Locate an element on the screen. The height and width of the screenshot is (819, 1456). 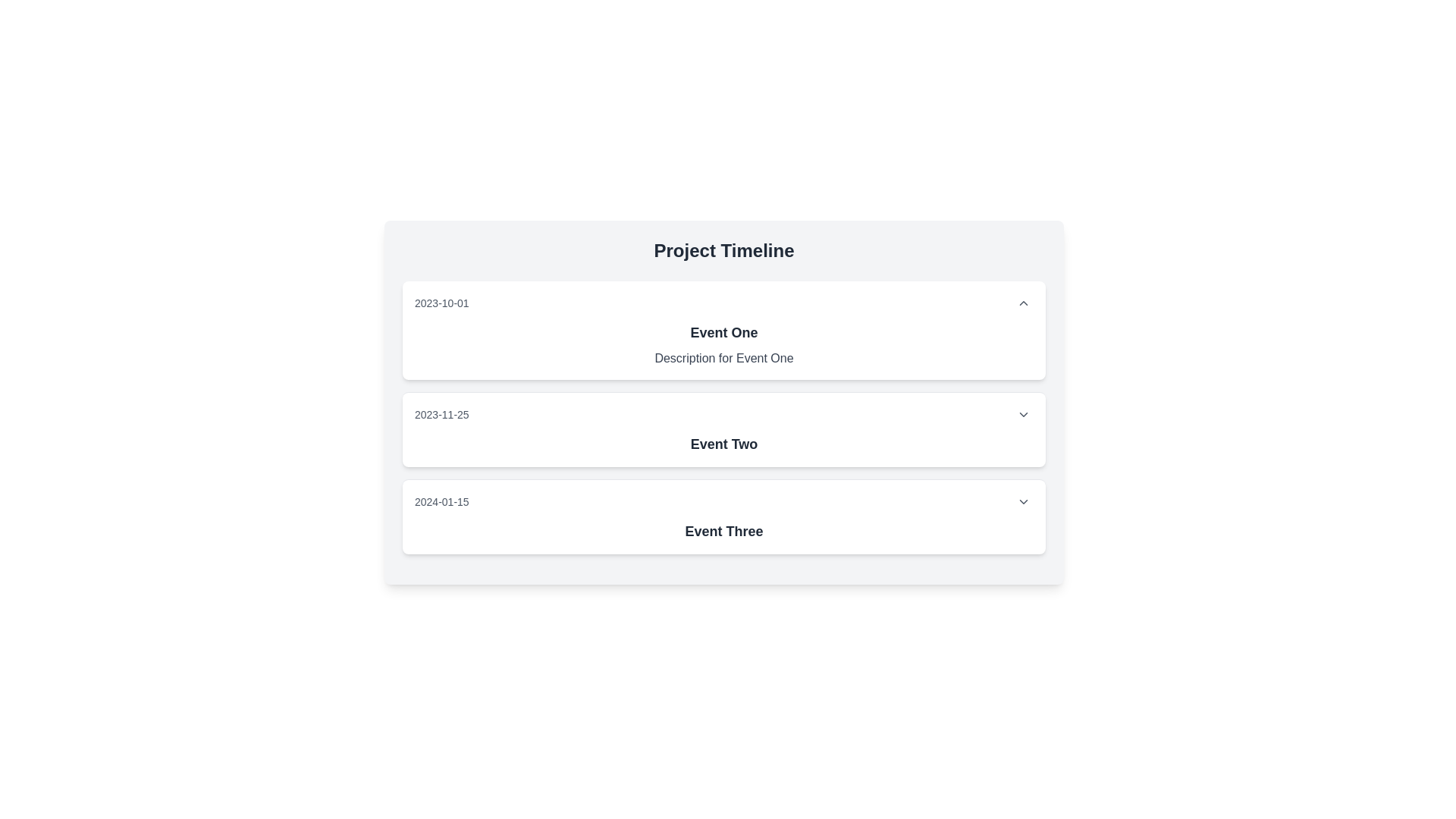
the upward pointing chevron icon located in the top right corner of the section labeled '2023-10-01' for 'Event One' is located at coordinates (1023, 303).